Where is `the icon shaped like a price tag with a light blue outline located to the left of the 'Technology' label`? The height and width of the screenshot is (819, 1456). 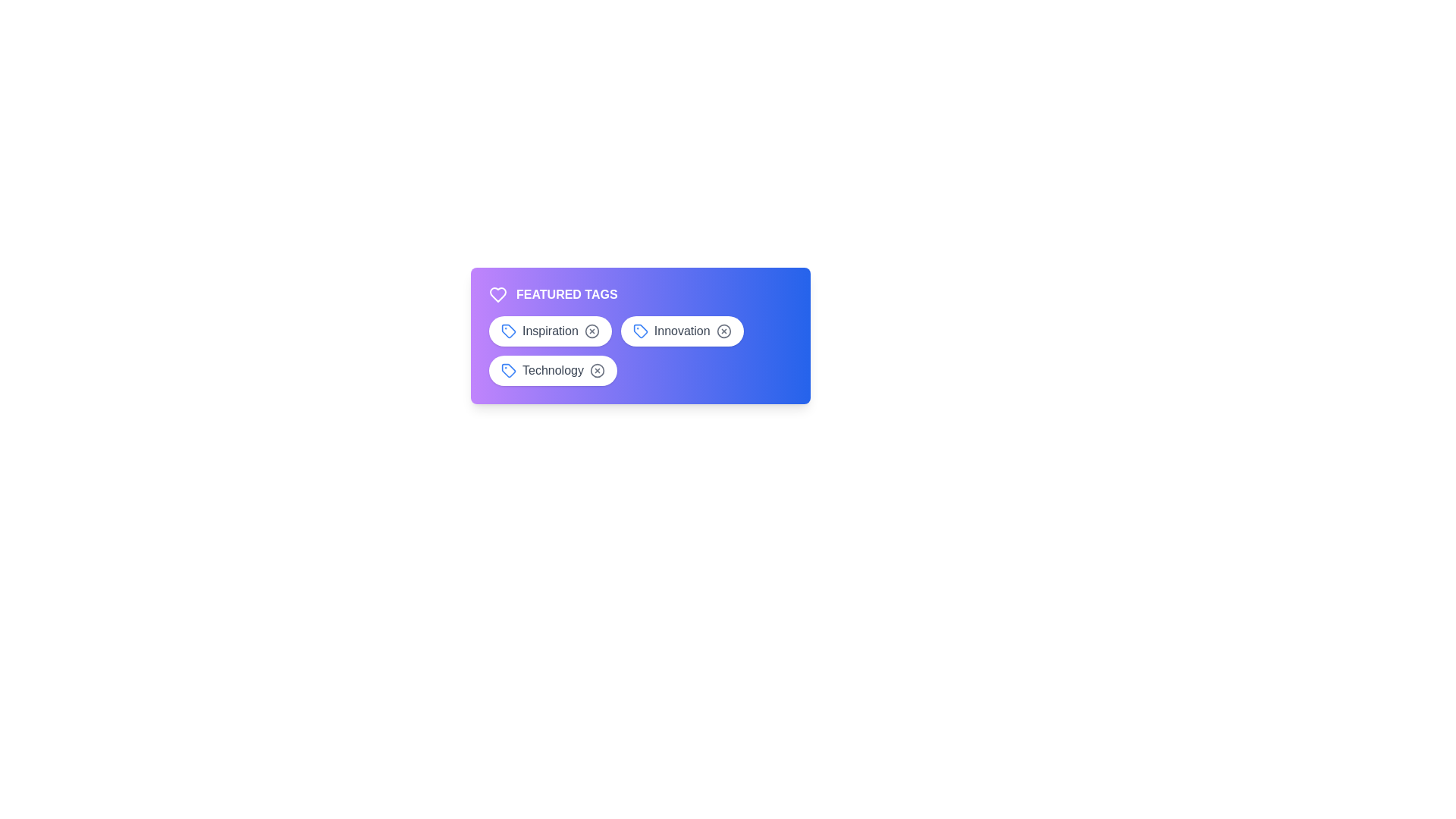 the icon shaped like a price tag with a light blue outline located to the left of the 'Technology' label is located at coordinates (509, 371).